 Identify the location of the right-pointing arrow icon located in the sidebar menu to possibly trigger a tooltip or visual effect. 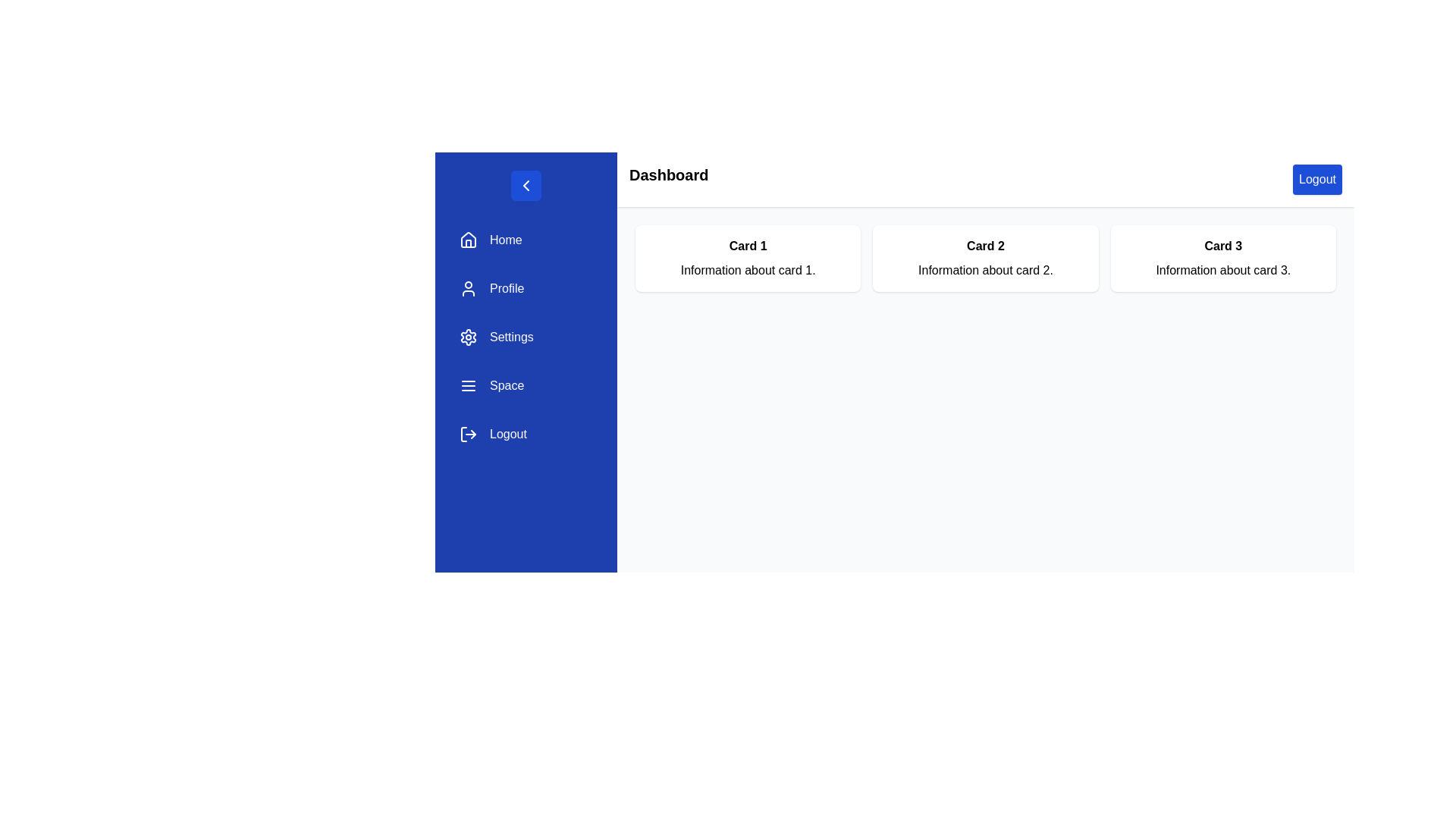
(526, 185).